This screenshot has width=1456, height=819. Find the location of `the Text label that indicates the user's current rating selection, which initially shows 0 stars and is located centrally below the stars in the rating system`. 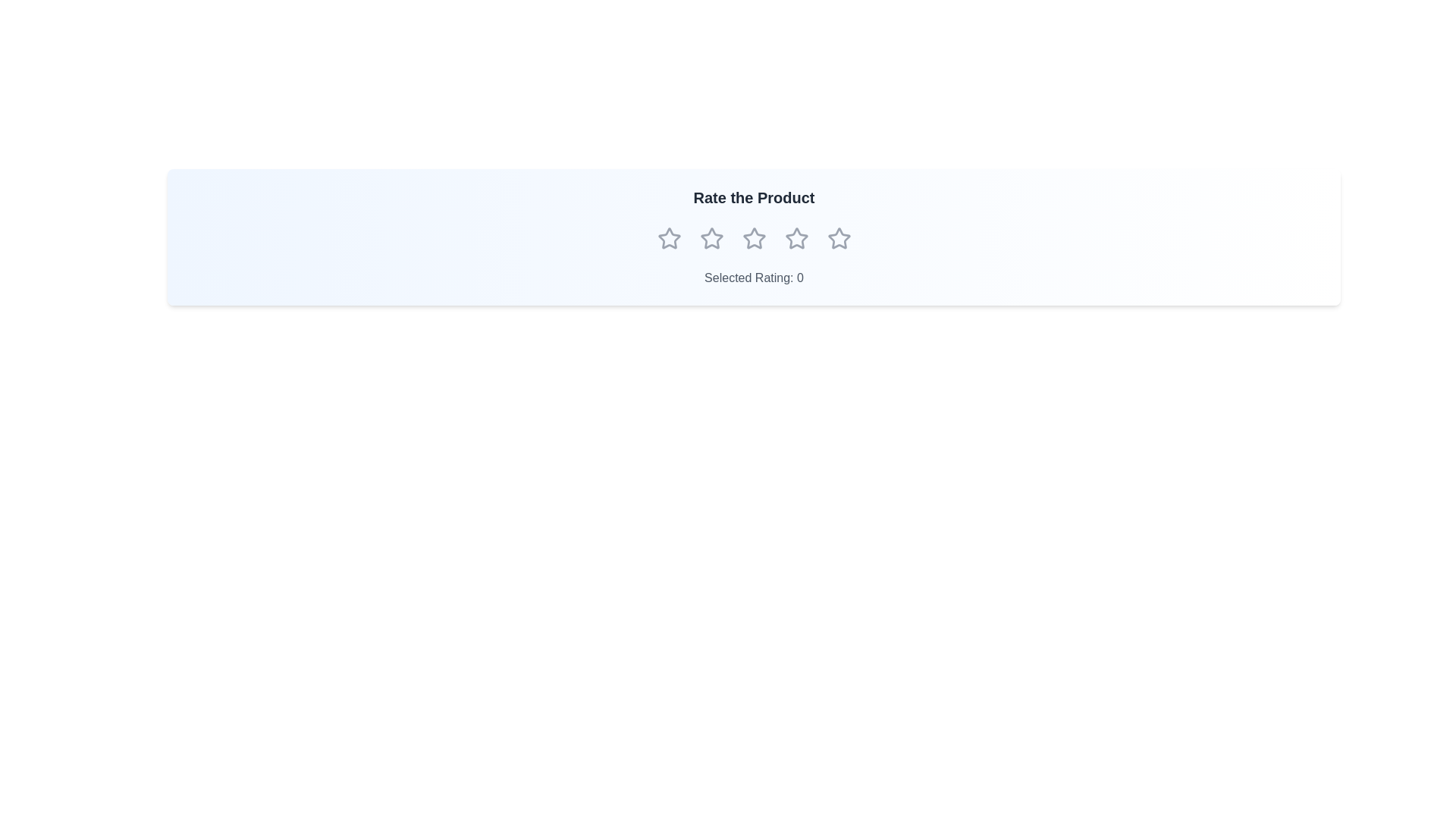

the Text label that indicates the user's current rating selection, which initially shows 0 stars and is located centrally below the stars in the rating system is located at coordinates (754, 278).